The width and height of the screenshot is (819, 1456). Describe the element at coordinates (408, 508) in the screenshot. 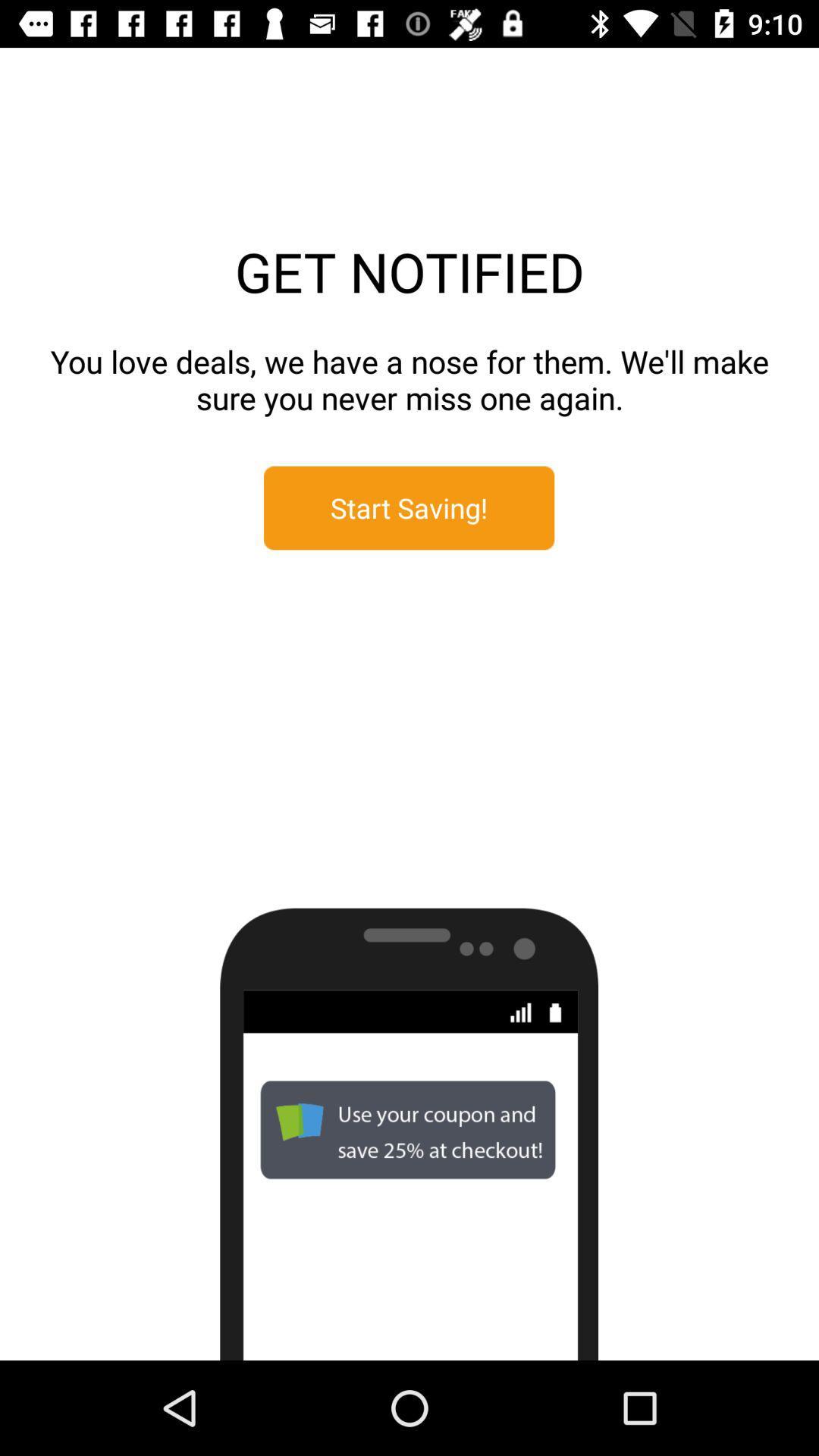

I see `start saving! item` at that location.